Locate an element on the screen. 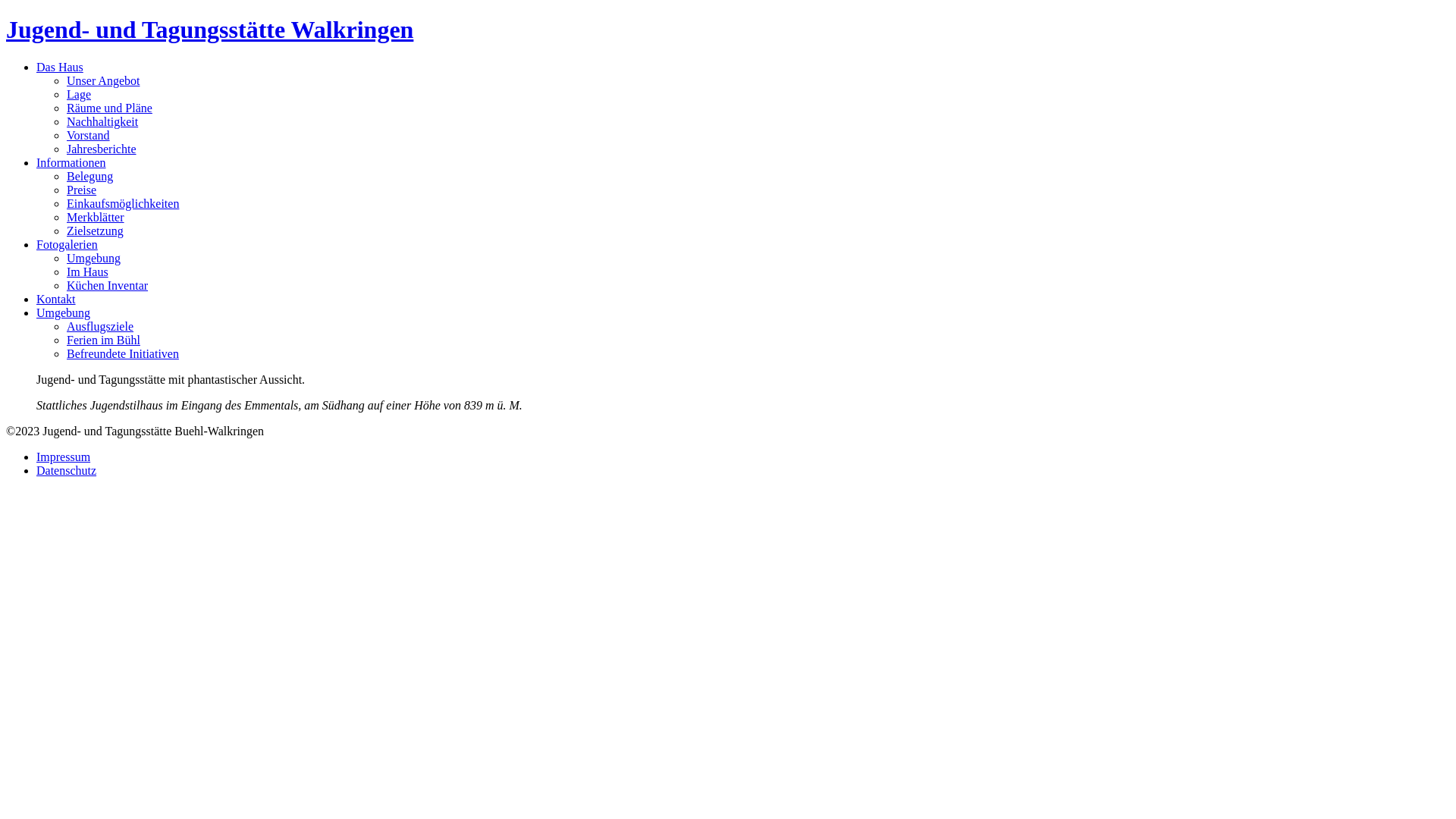 The width and height of the screenshot is (1456, 819). 'Zielsetzung' is located at coordinates (94, 231).